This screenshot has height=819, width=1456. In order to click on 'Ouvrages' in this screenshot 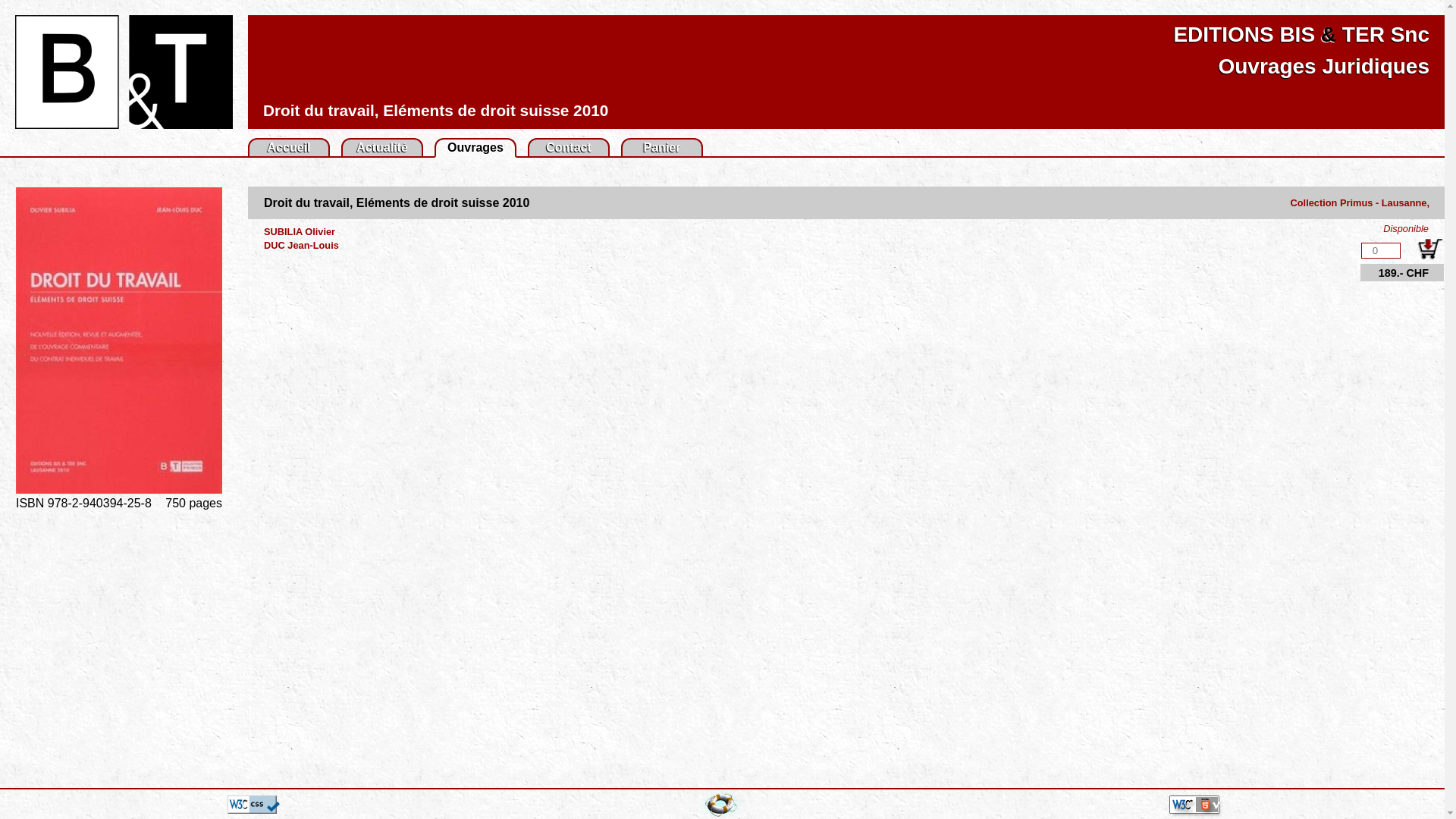, I will do `click(447, 147)`.